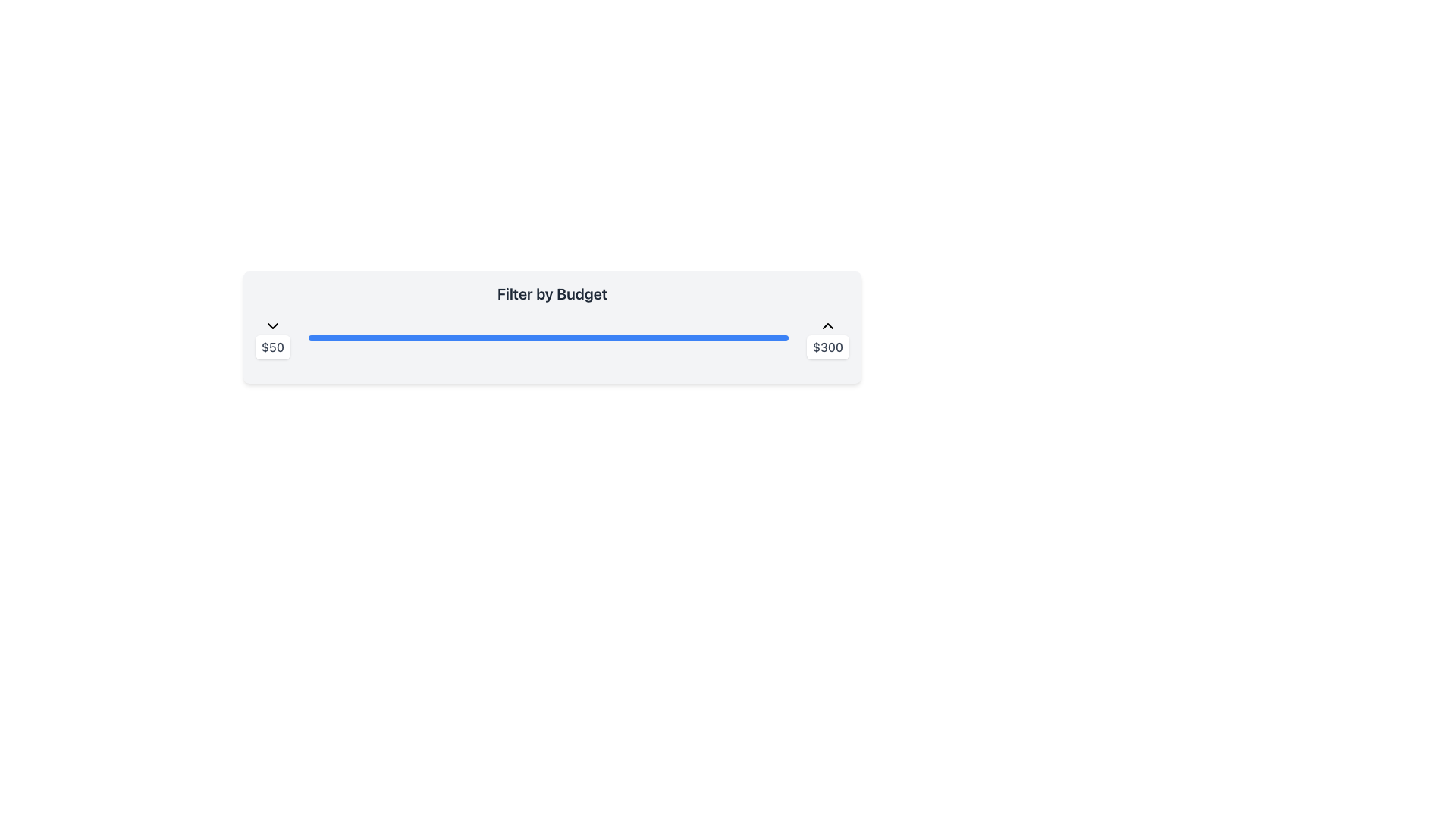 This screenshot has height=819, width=1456. I want to click on the budget filter, so click(334, 337).